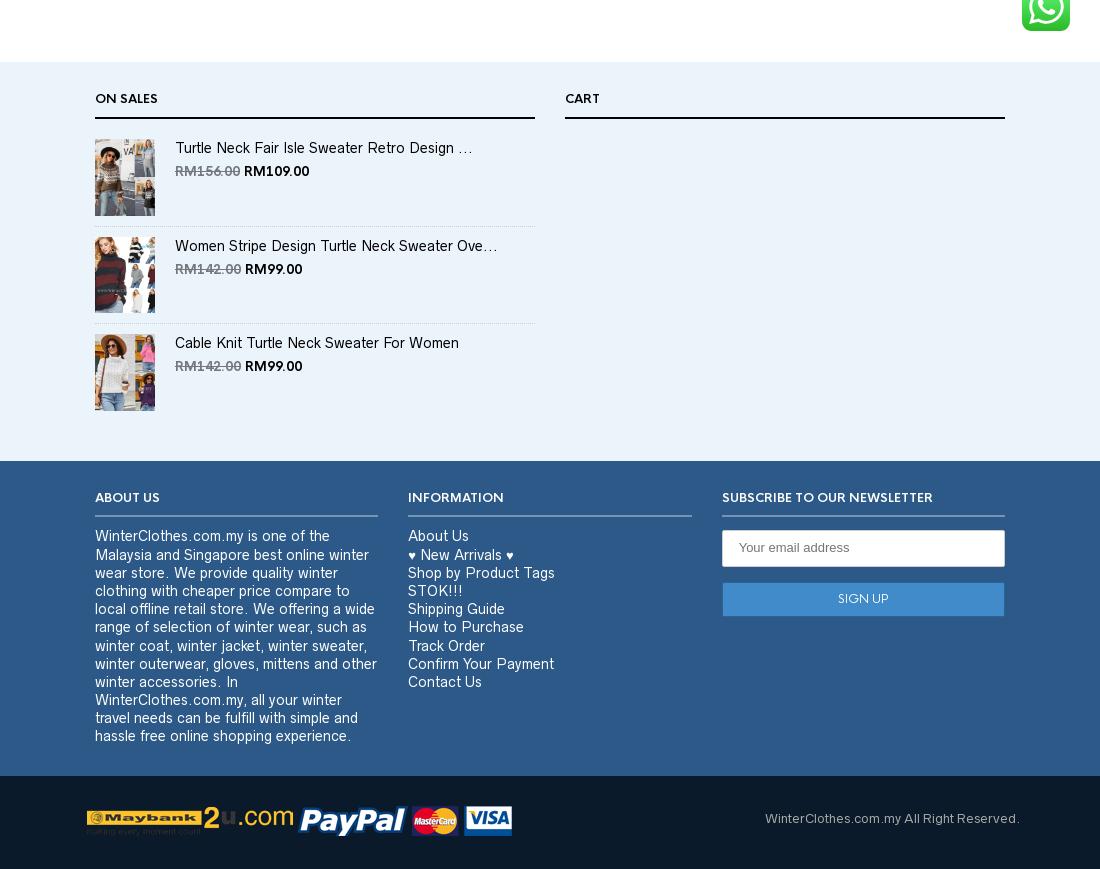 The width and height of the screenshot is (1100, 869). Describe the element at coordinates (218, 208) in the screenshot. I see `'156.00'` at that location.